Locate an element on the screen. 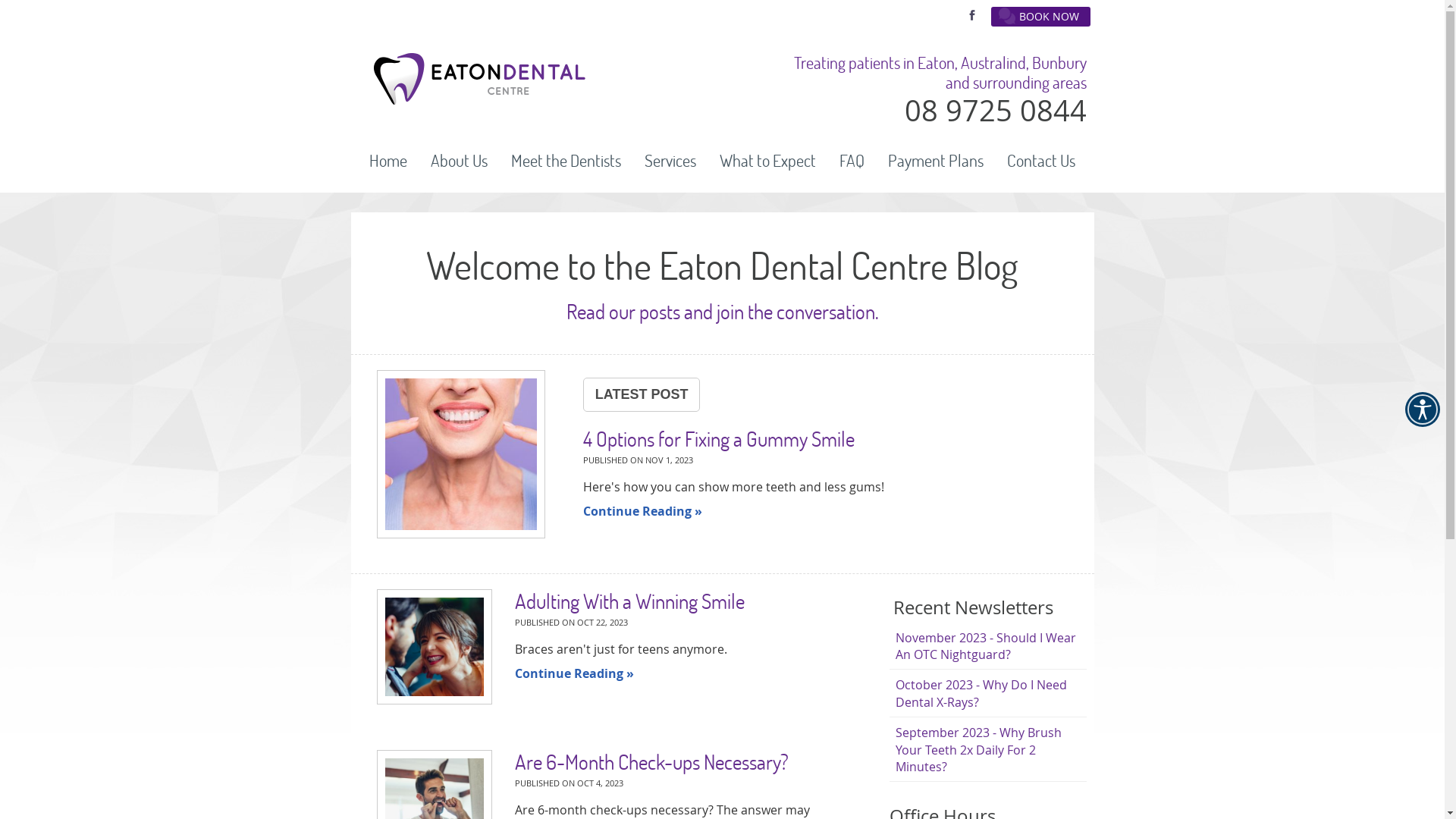 This screenshot has width=1456, height=819. 'November 2023 - Should I Wear An OTC Nightguard?' is located at coordinates (987, 646).